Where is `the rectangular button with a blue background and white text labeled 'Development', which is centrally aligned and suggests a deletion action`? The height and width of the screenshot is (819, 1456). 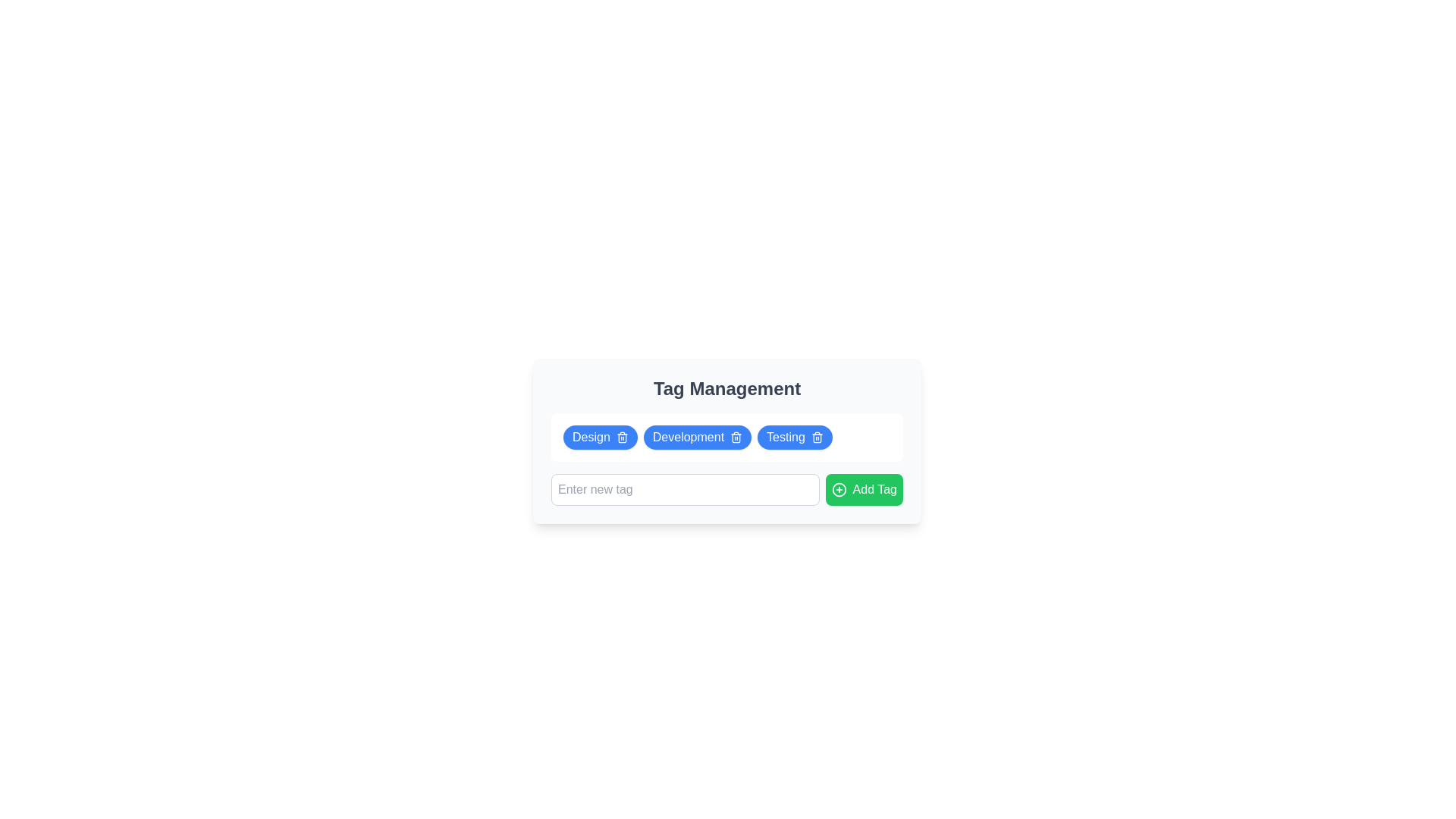
the rectangular button with a blue background and white text labeled 'Development', which is centrally aligned and suggests a deletion action is located at coordinates (696, 438).